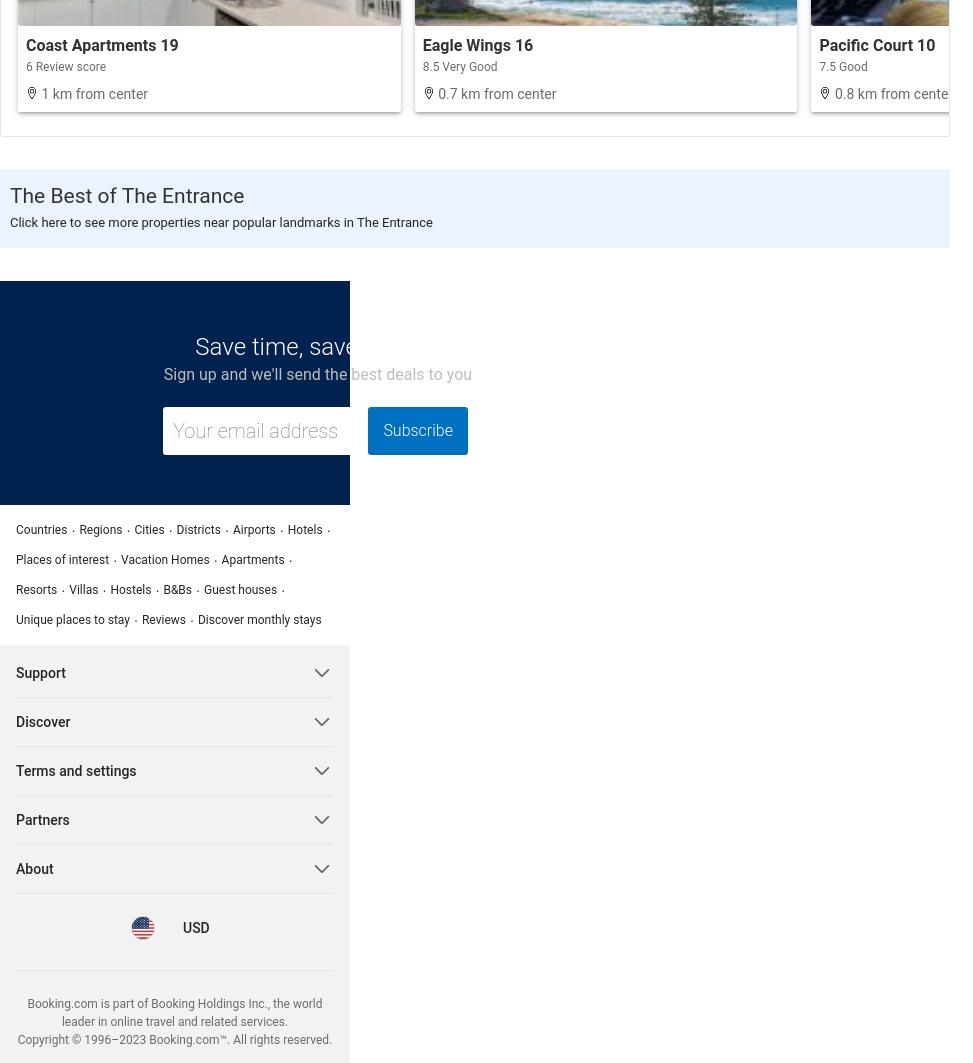  Describe the element at coordinates (477, 45) in the screenshot. I see `'Eagle Wings 16'` at that location.